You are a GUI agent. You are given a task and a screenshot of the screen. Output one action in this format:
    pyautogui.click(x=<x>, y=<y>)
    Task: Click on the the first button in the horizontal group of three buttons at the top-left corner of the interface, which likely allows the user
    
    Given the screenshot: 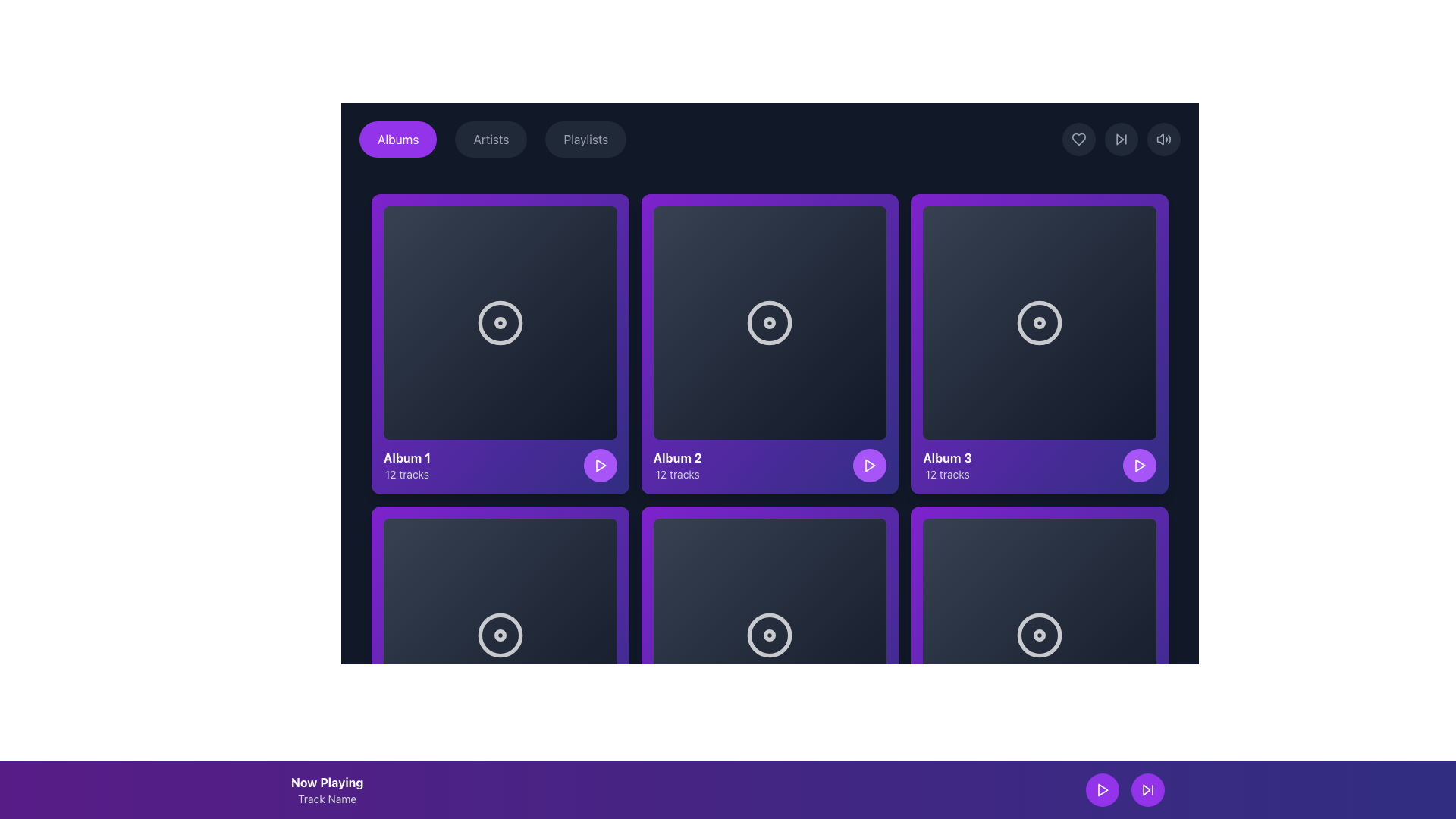 What is the action you would take?
    pyautogui.click(x=398, y=140)
    